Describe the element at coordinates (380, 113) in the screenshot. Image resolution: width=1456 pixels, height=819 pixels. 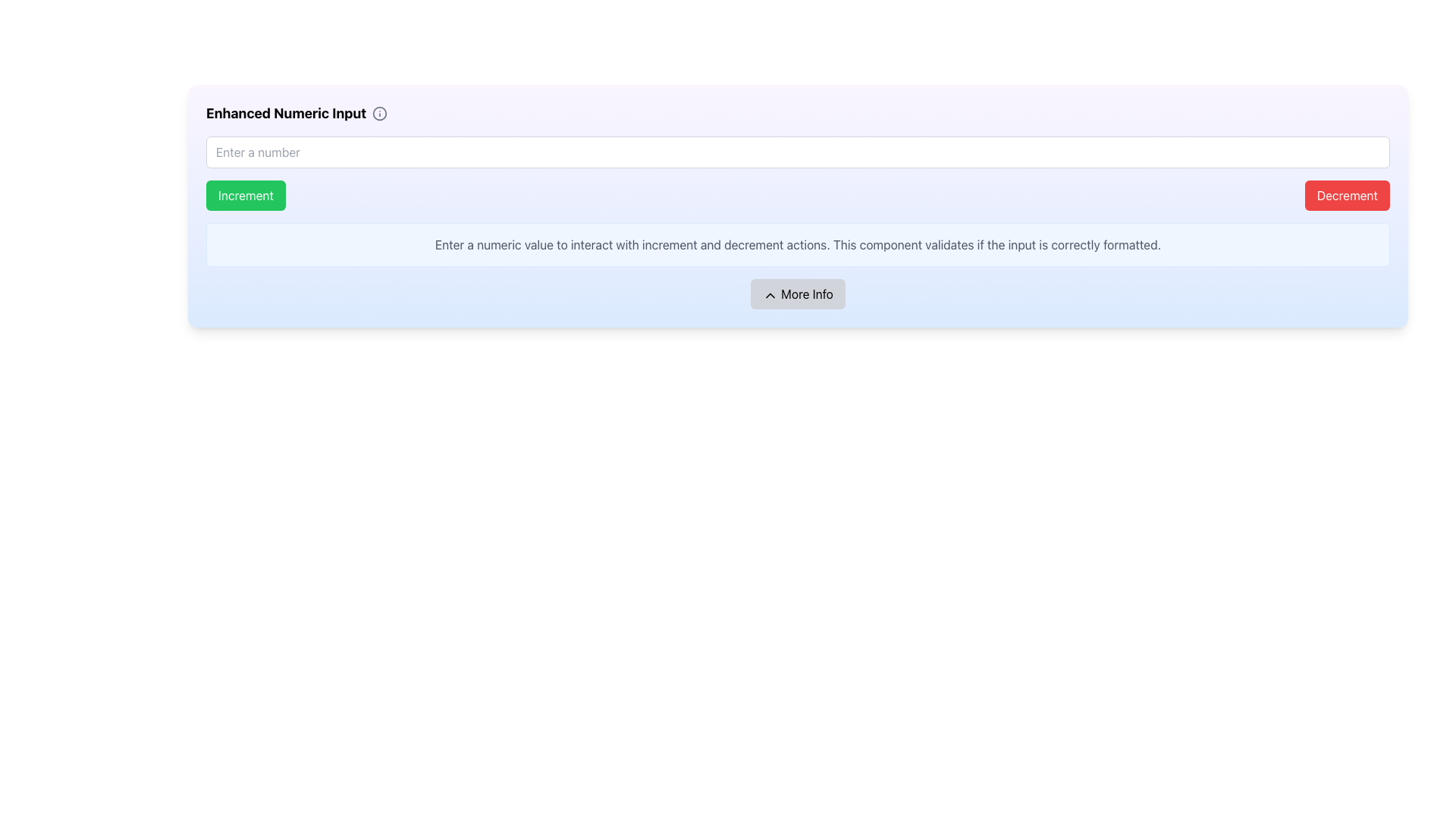
I see `the information icon that provides tips about the 'Enhanced Numeric Input' feature, which is located to the right of the associated text` at that location.